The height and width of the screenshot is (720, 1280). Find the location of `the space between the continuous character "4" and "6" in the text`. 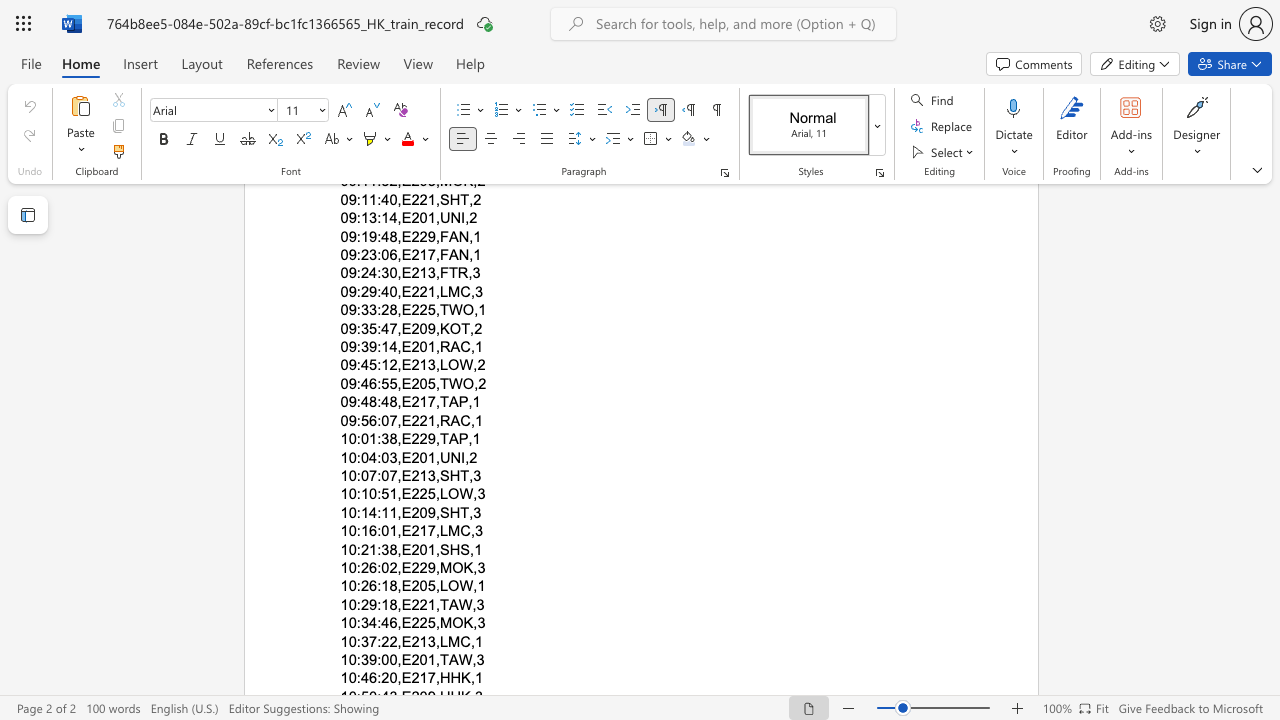

the space between the continuous character "4" and "6" in the text is located at coordinates (369, 677).